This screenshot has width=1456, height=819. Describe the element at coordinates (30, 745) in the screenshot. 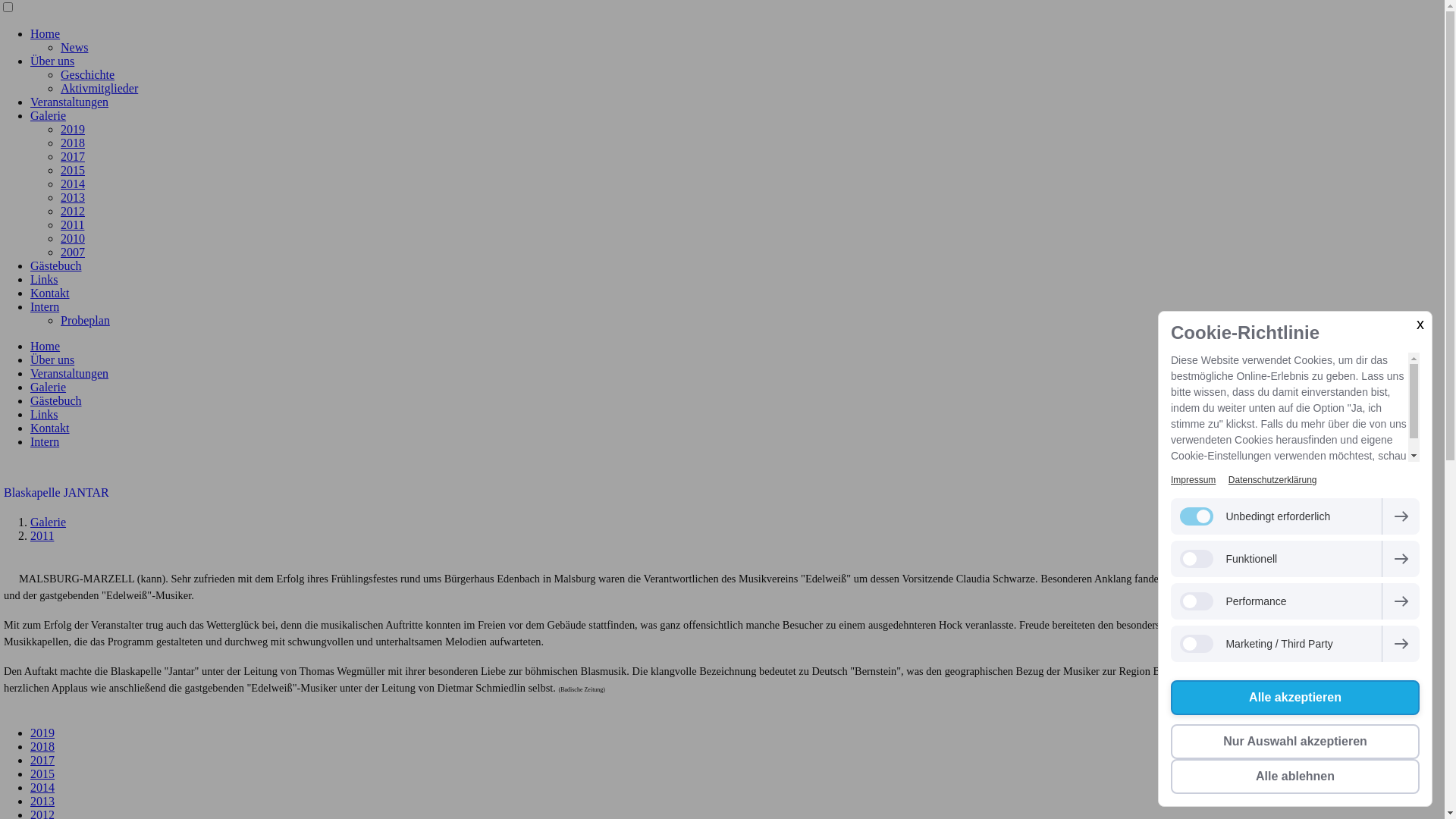

I see `'2018'` at that location.